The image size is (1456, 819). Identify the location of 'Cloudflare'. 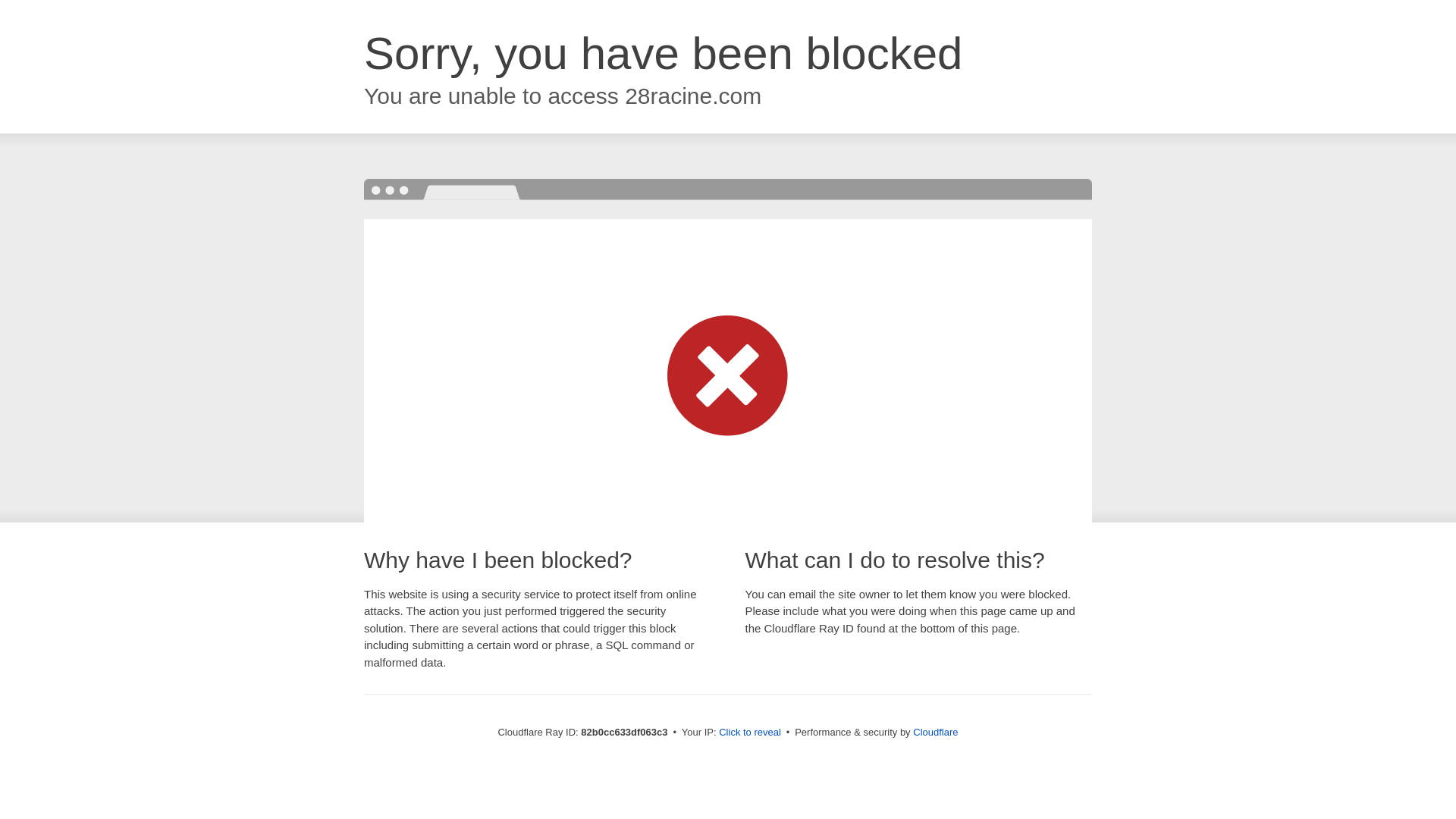
(912, 731).